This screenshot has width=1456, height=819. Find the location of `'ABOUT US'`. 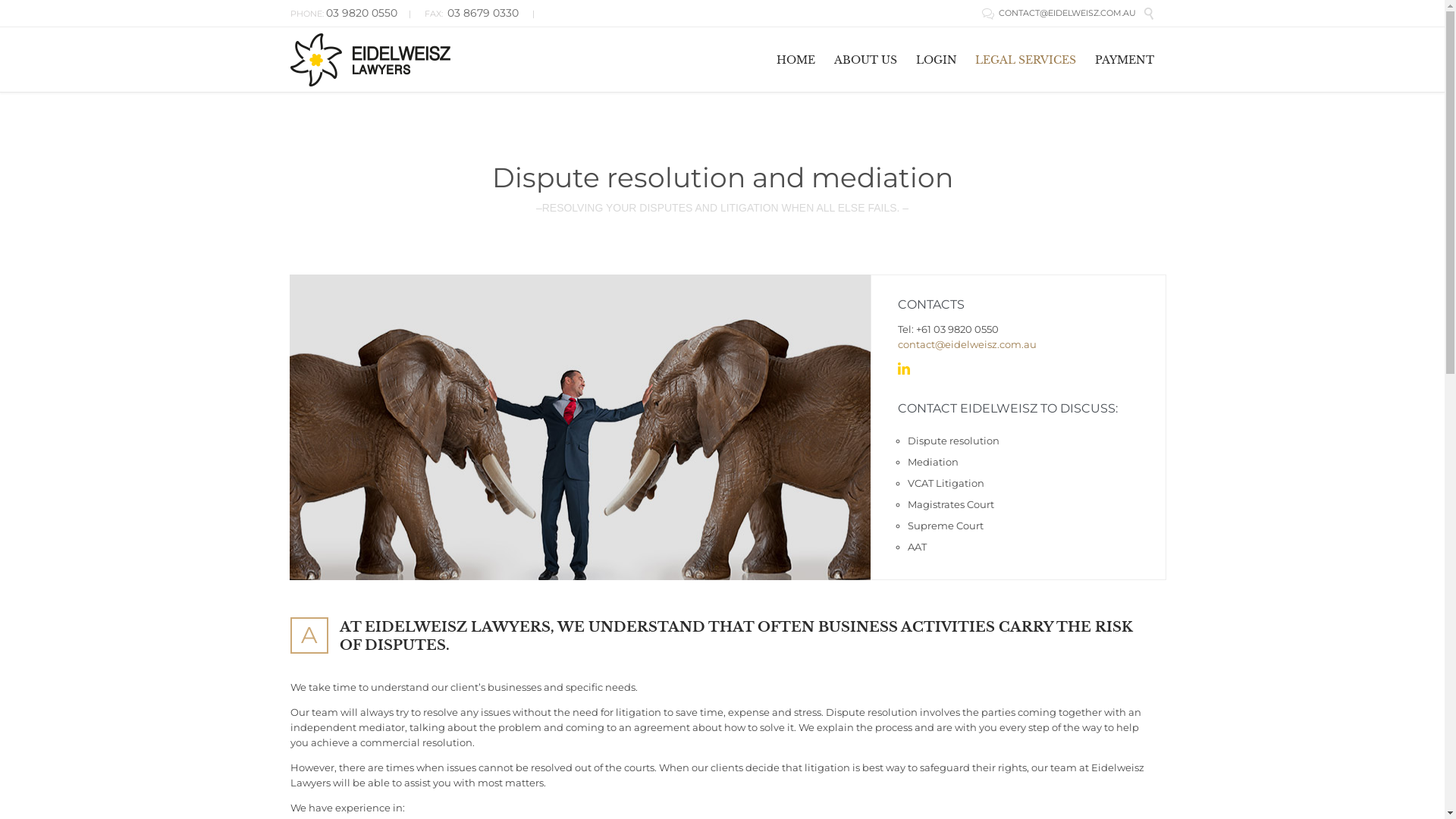

'ABOUT US' is located at coordinates (865, 58).